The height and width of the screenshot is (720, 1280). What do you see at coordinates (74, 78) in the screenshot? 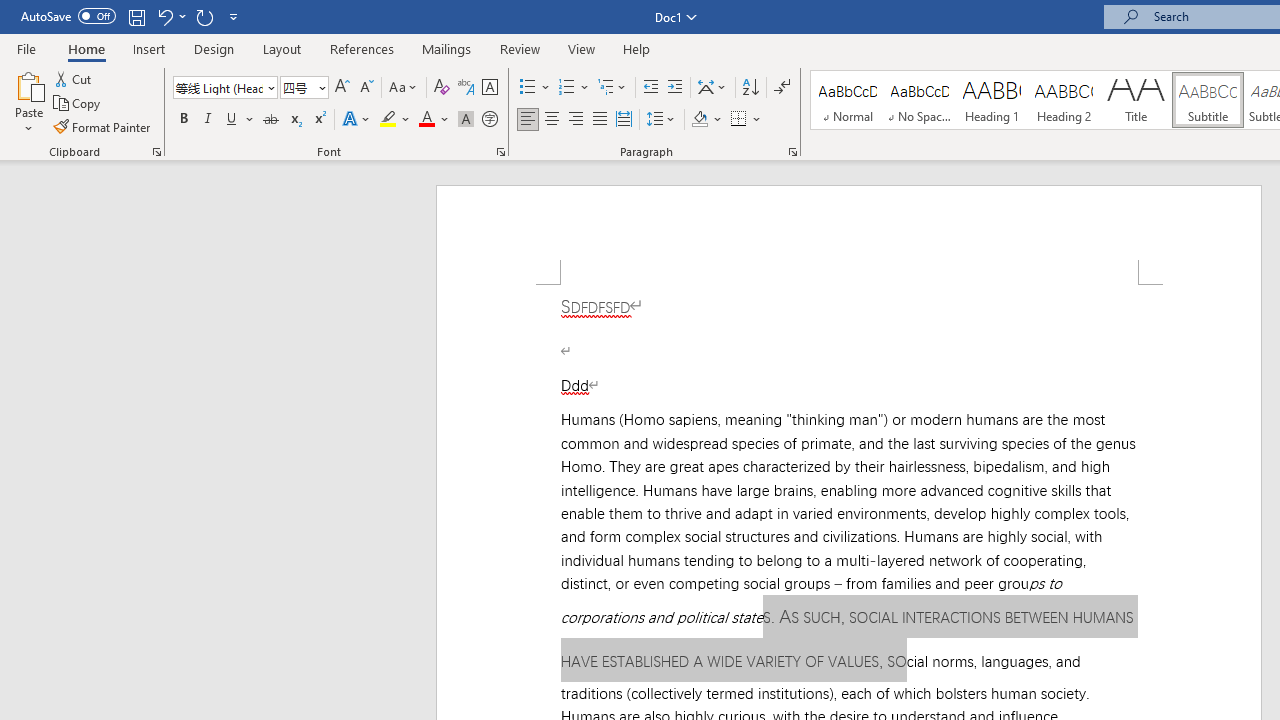
I see `'Cut'` at bounding box center [74, 78].